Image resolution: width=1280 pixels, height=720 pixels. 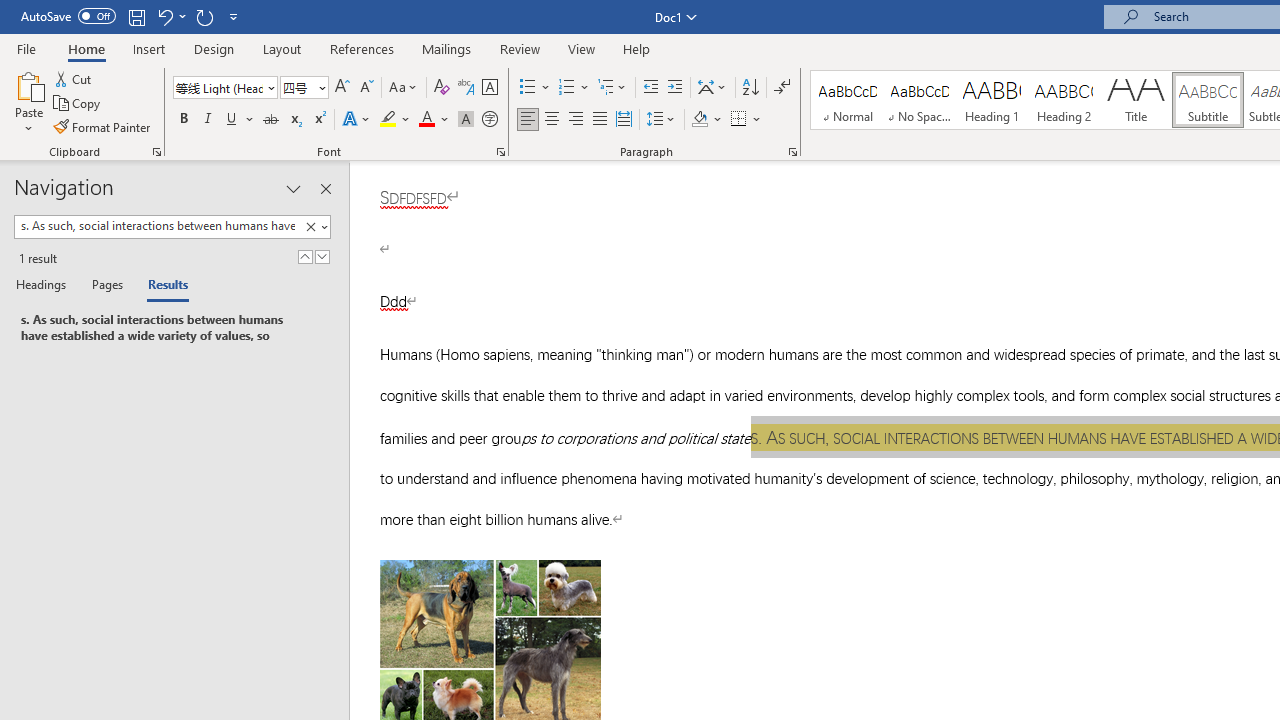 I want to click on 'Character Border', so click(x=489, y=86).